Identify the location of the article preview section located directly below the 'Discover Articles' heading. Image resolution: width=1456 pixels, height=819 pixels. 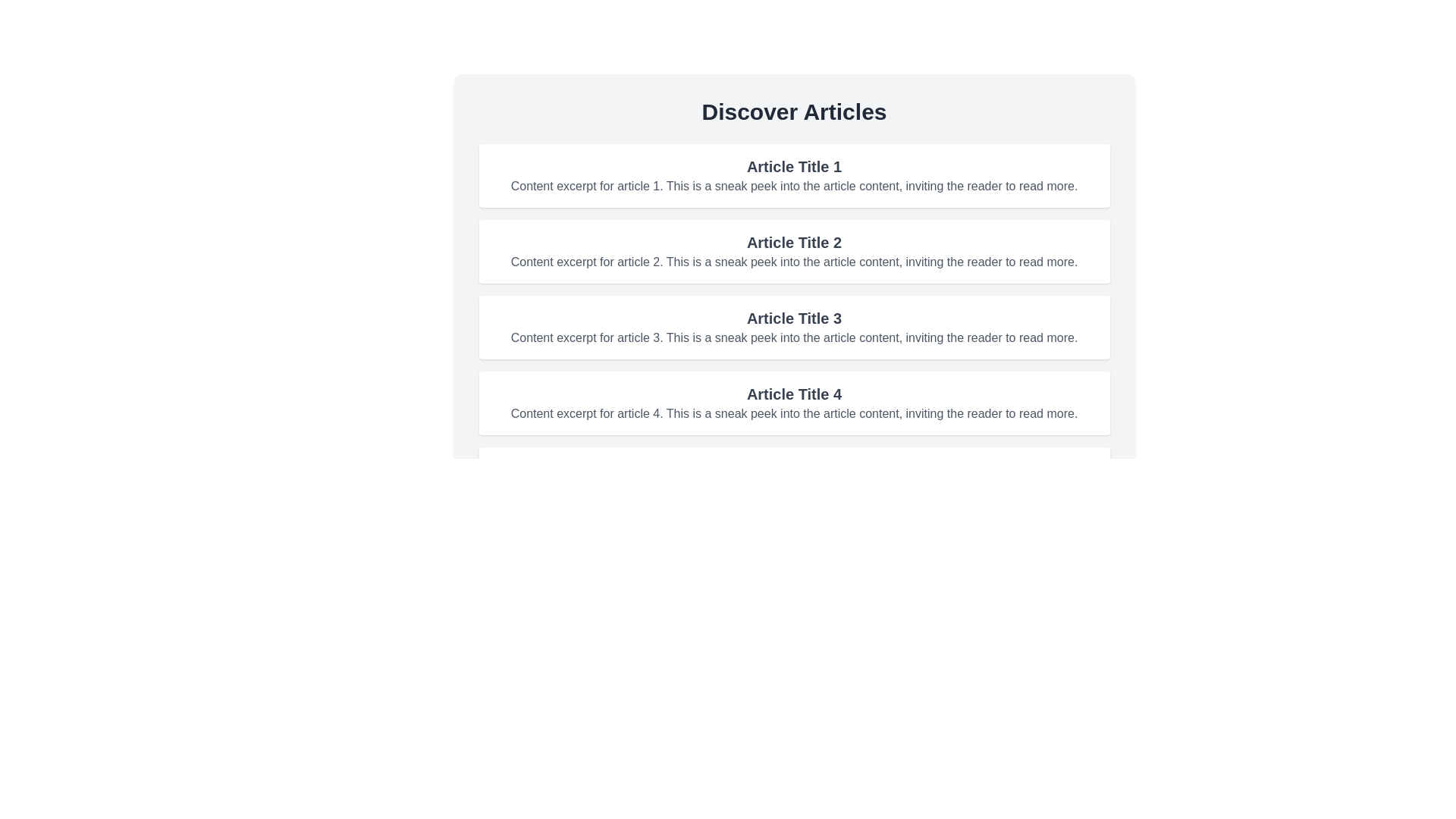
(793, 174).